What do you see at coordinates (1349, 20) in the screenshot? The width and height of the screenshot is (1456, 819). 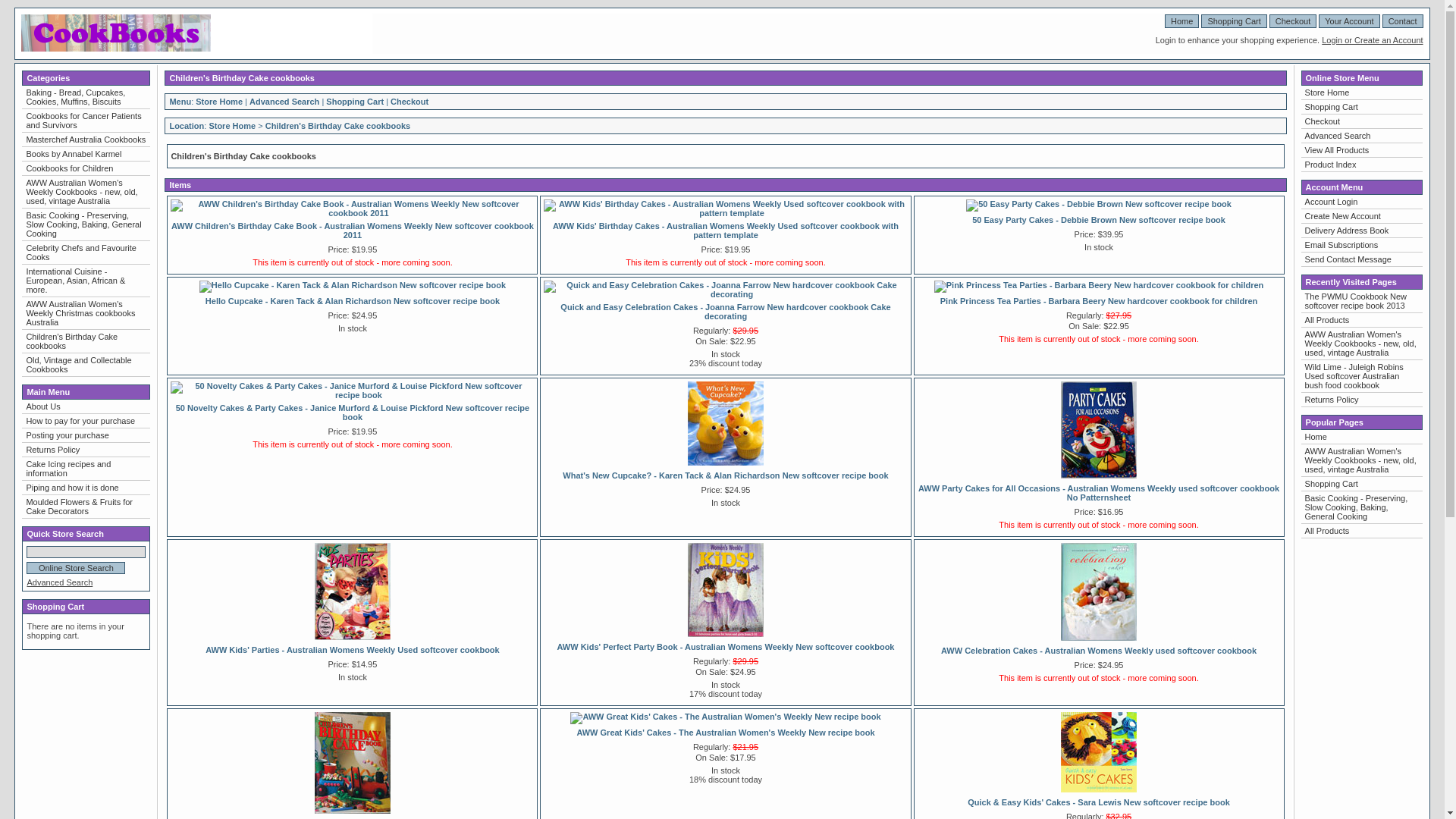 I see `'Your Account'` at bounding box center [1349, 20].